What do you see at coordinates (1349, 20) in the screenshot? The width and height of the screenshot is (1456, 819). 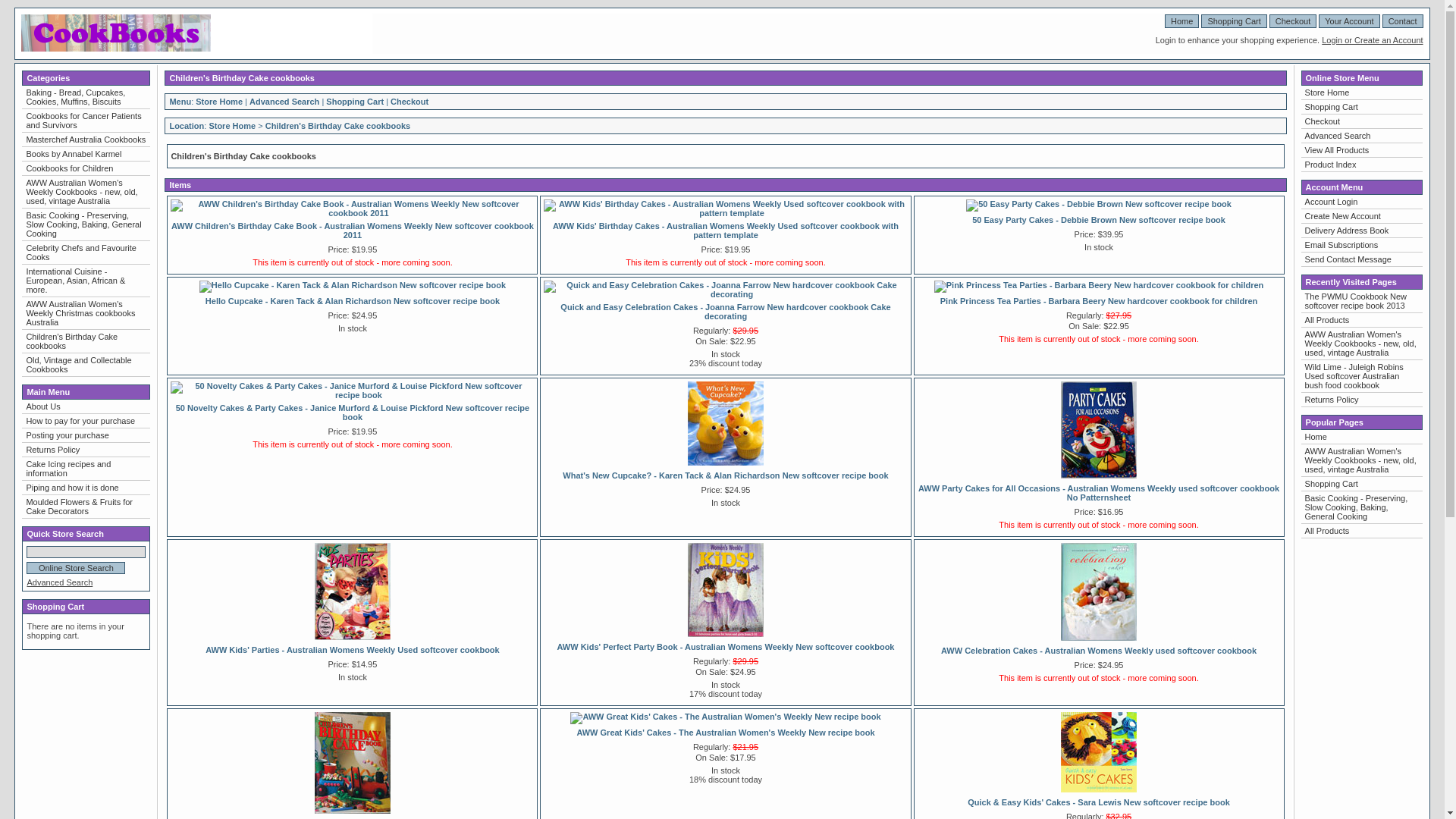 I see `'Your Account'` at bounding box center [1349, 20].